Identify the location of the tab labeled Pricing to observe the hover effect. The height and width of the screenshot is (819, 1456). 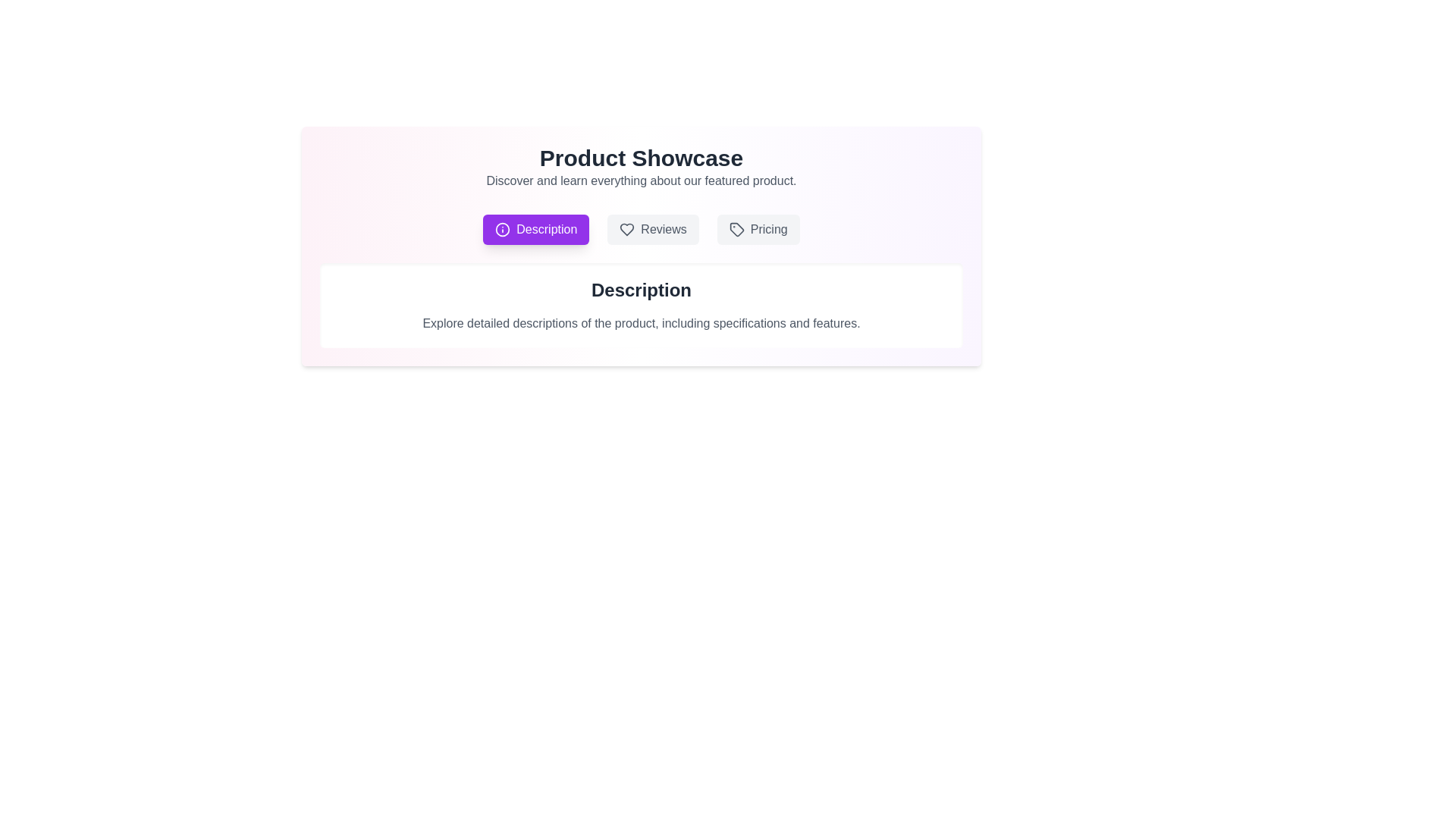
(758, 230).